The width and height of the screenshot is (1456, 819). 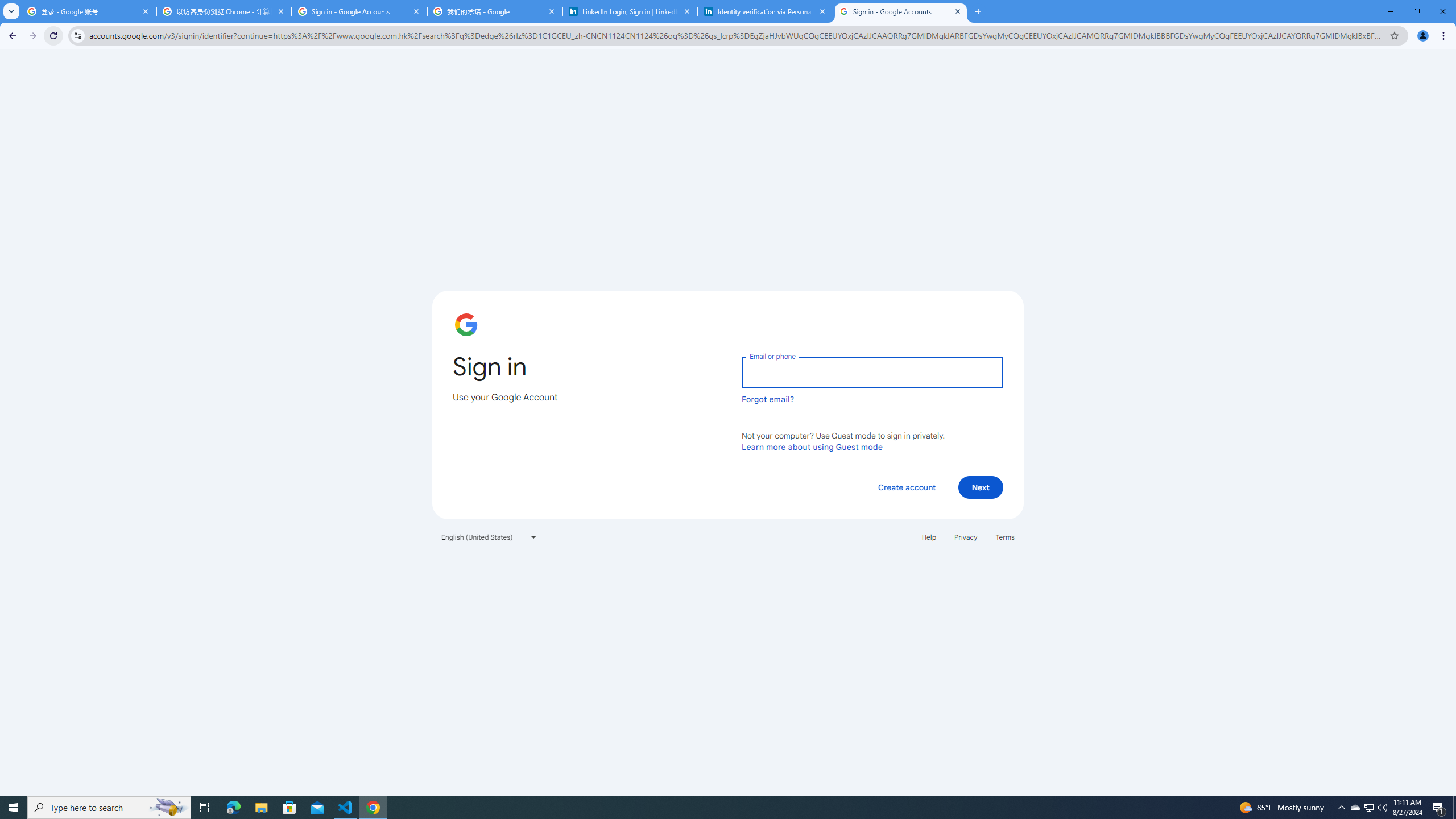 I want to click on 'Sign in - Google Accounts', so click(x=900, y=11).